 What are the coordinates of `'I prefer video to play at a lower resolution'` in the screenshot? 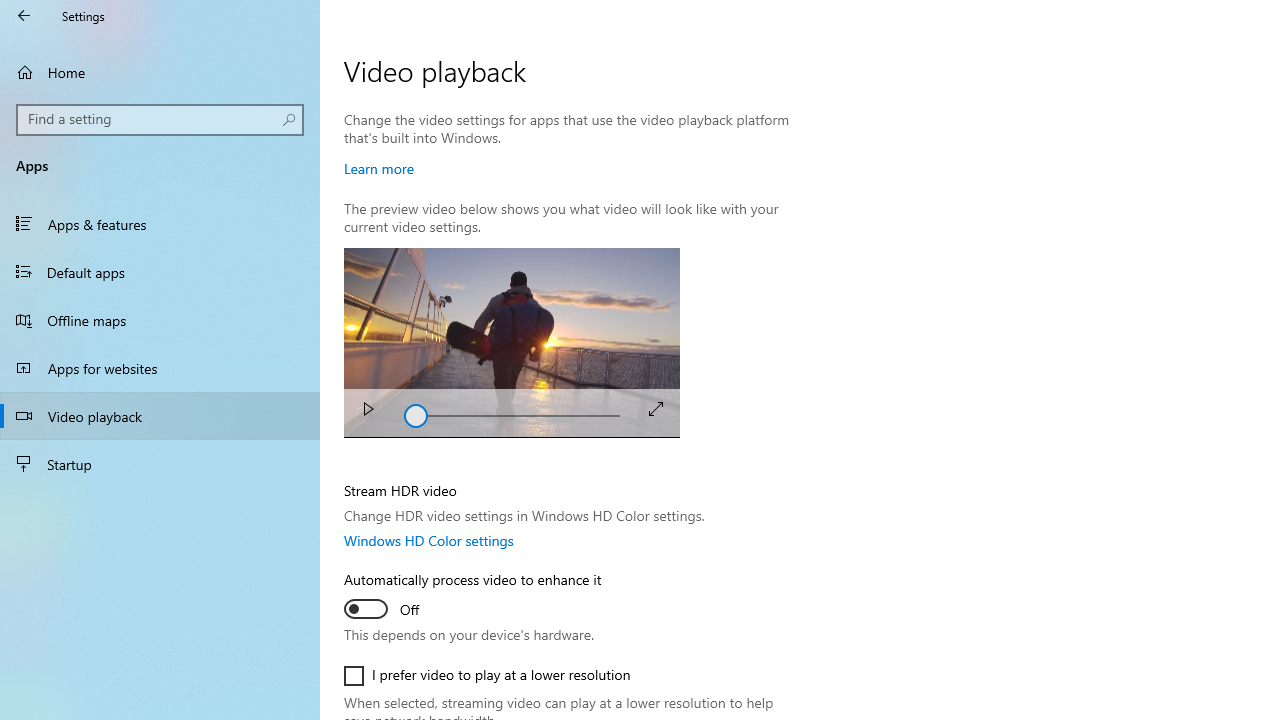 It's located at (487, 675).